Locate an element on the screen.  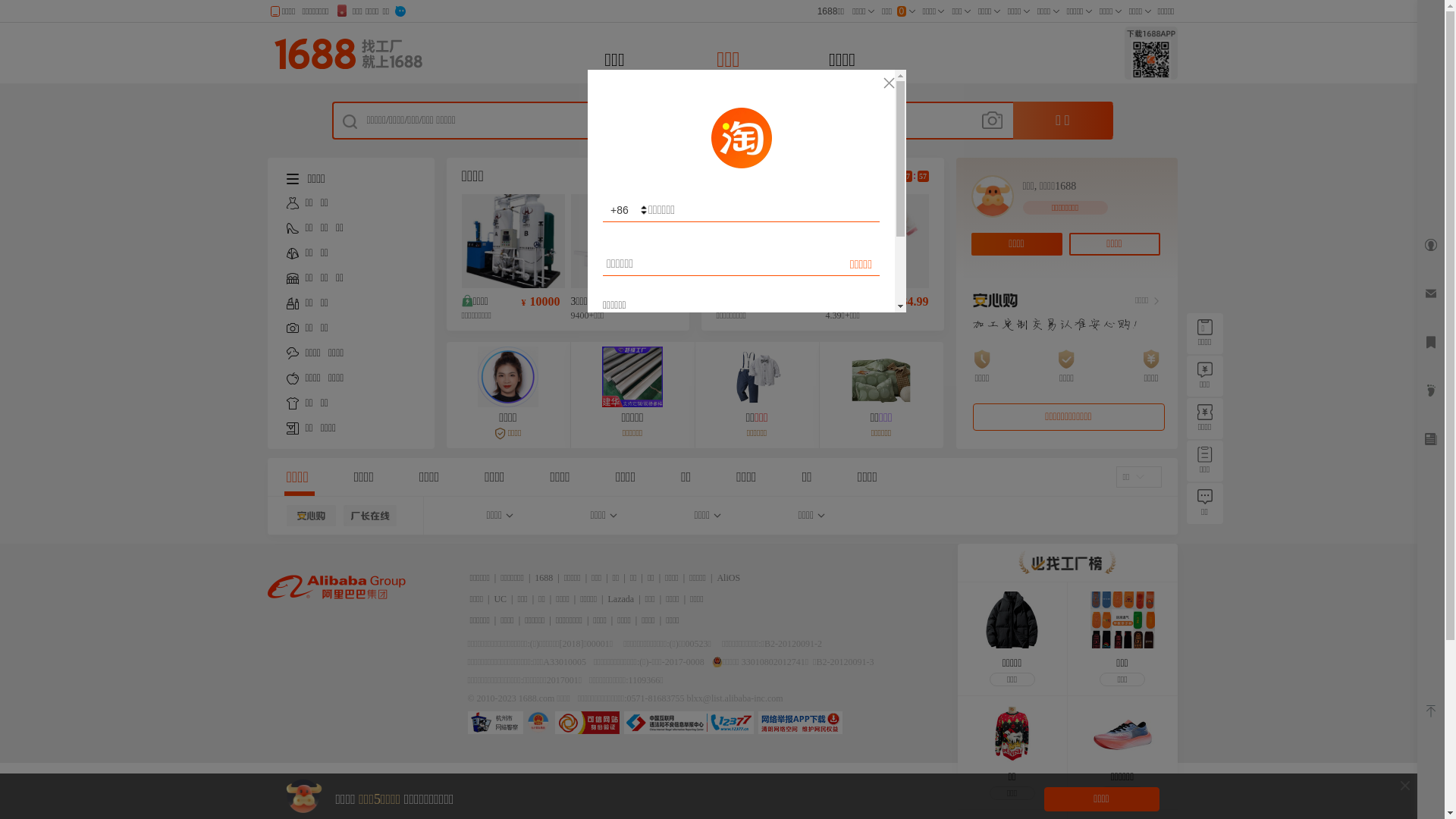
'Lazada' is located at coordinates (621, 598).